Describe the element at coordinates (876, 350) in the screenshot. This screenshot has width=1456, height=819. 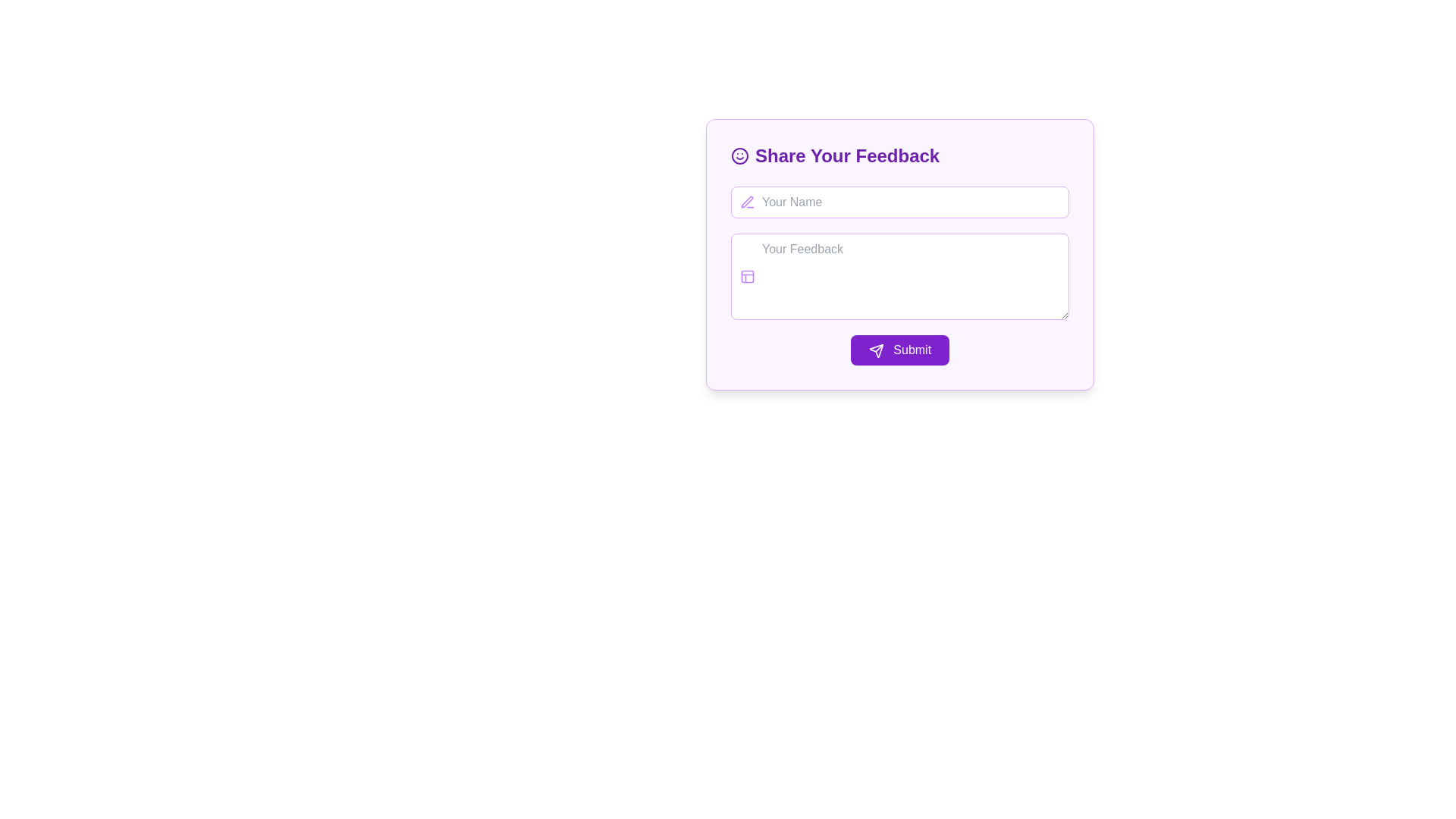
I see `the triangular arrowhead-shaped component of the 'Send' icon located within the purple-themed 'Submit' button at the bottom center of the feedback form` at that location.